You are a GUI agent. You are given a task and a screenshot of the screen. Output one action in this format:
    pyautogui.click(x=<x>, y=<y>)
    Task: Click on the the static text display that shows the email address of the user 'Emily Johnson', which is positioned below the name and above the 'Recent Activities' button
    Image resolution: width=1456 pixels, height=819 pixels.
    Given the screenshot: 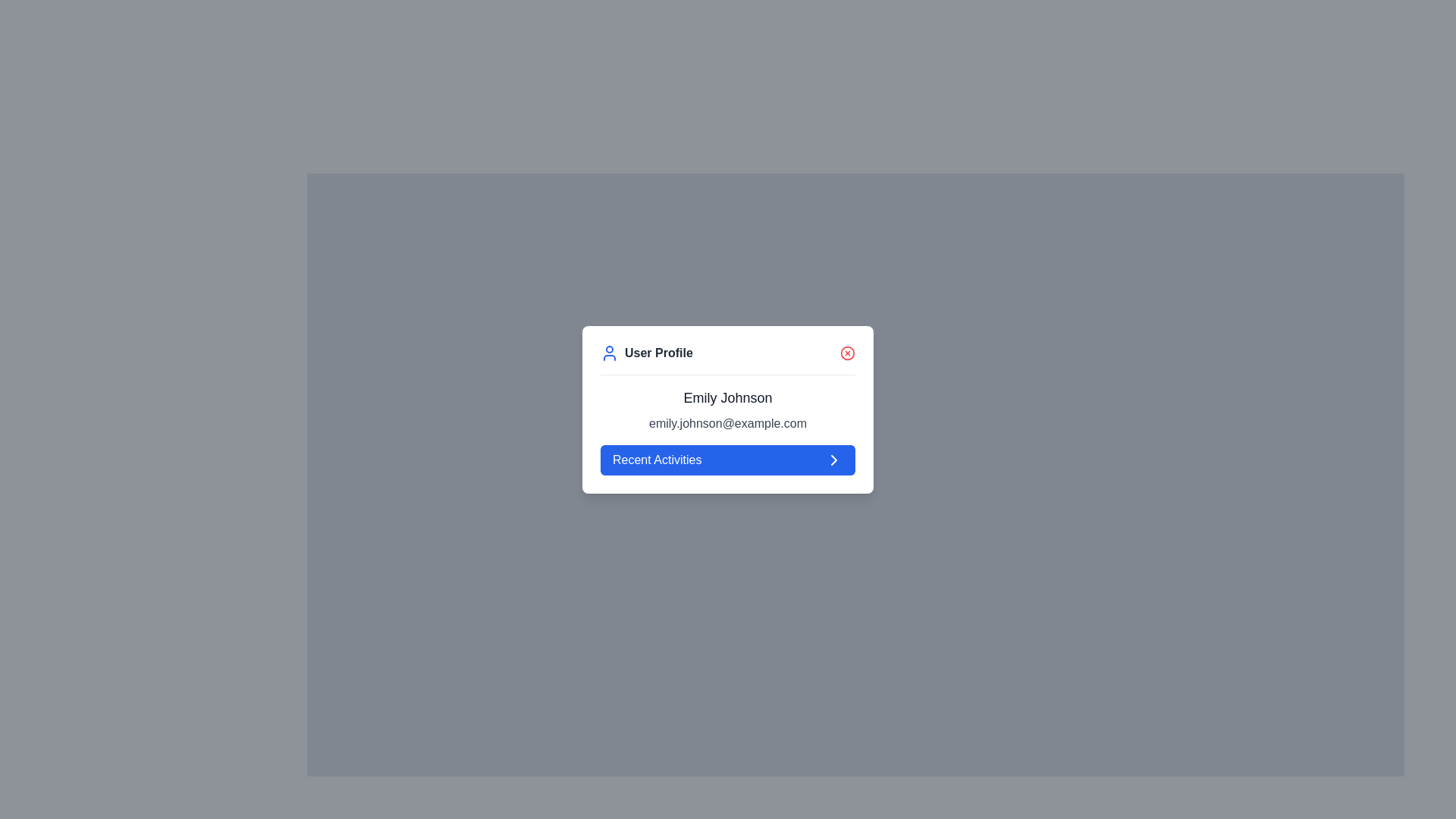 What is the action you would take?
    pyautogui.click(x=728, y=423)
    